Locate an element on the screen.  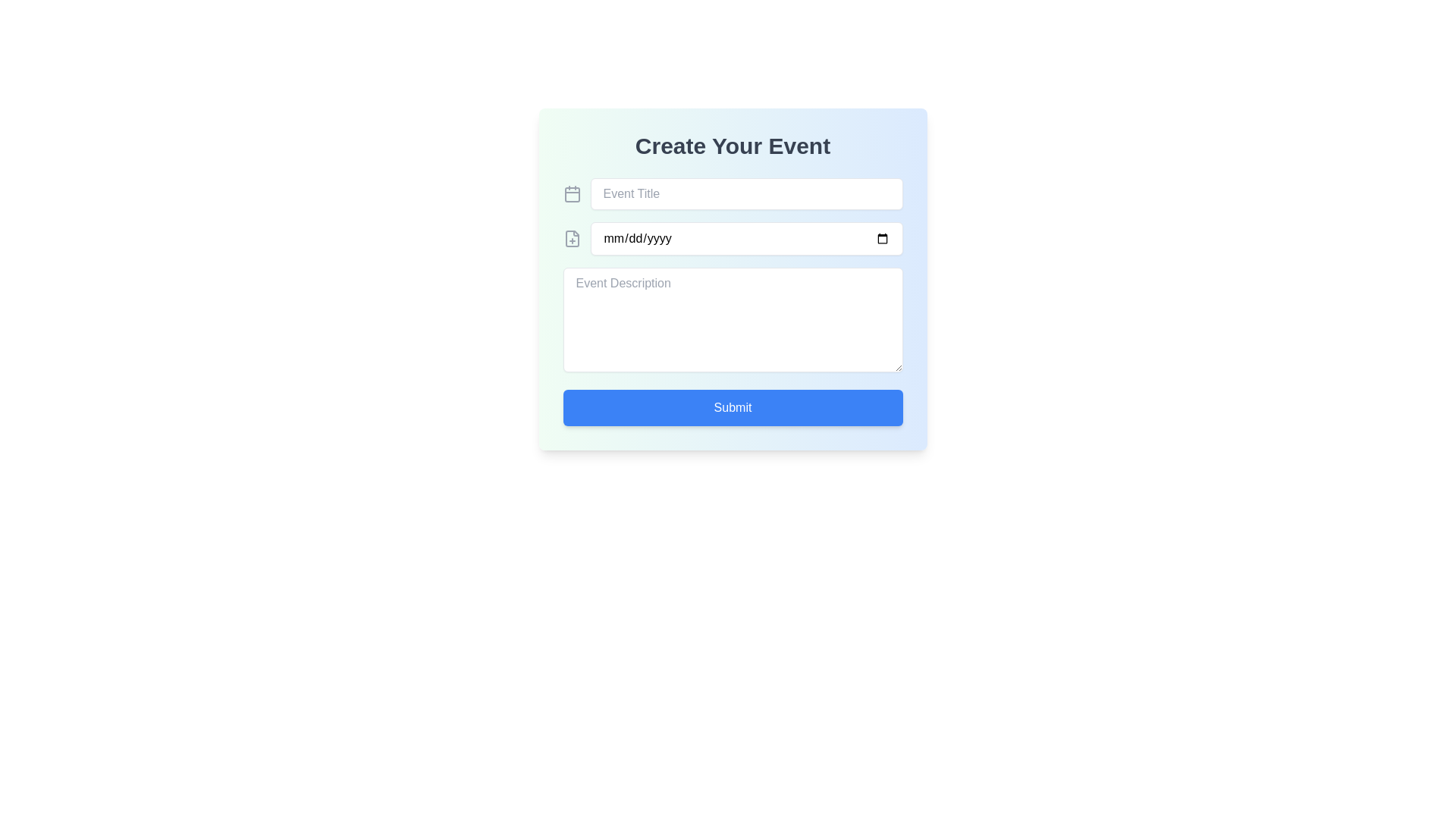
the Date input field to focus it and allow the user to type a date is located at coordinates (733, 239).